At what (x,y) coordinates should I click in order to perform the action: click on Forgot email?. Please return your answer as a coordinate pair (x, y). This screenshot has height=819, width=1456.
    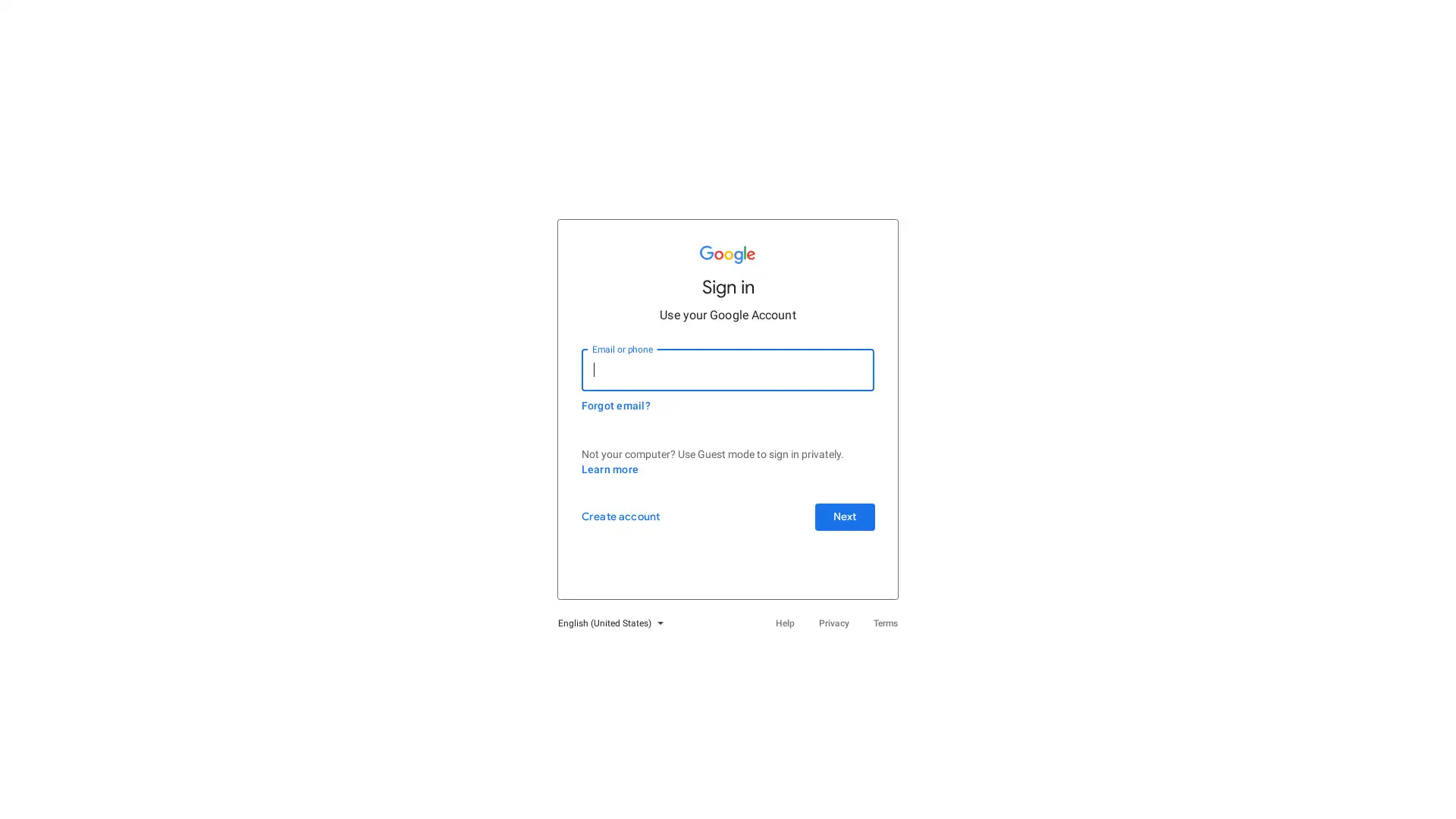
    Looking at the image, I should click on (623, 415).